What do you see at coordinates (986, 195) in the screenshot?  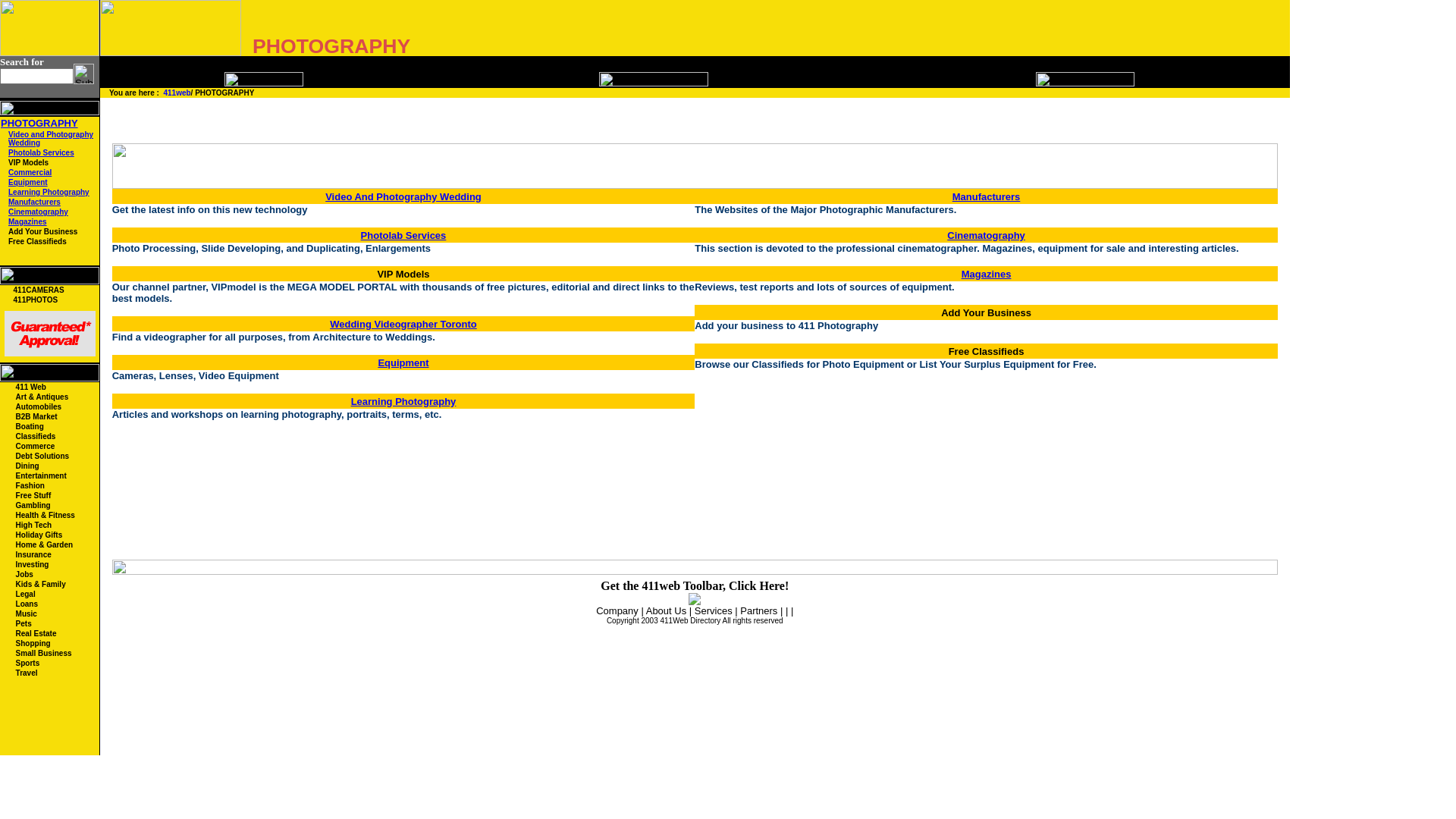 I see `'Manufacturers'` at bounding box center [986, 195].